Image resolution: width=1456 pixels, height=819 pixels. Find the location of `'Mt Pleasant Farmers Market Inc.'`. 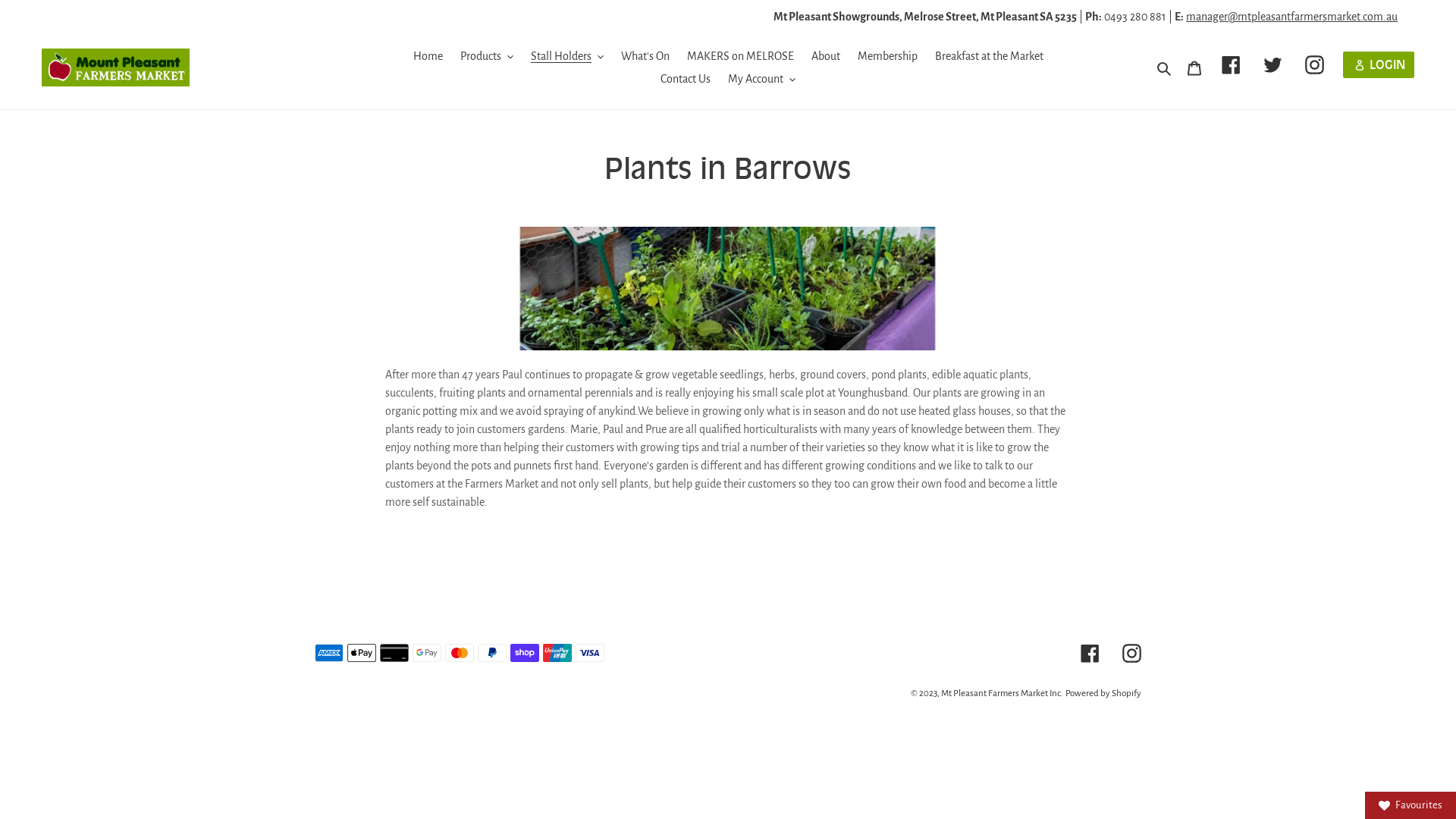

'Mt Pleasant Farmers Market Inc.' is located at coordinates (940, 693).